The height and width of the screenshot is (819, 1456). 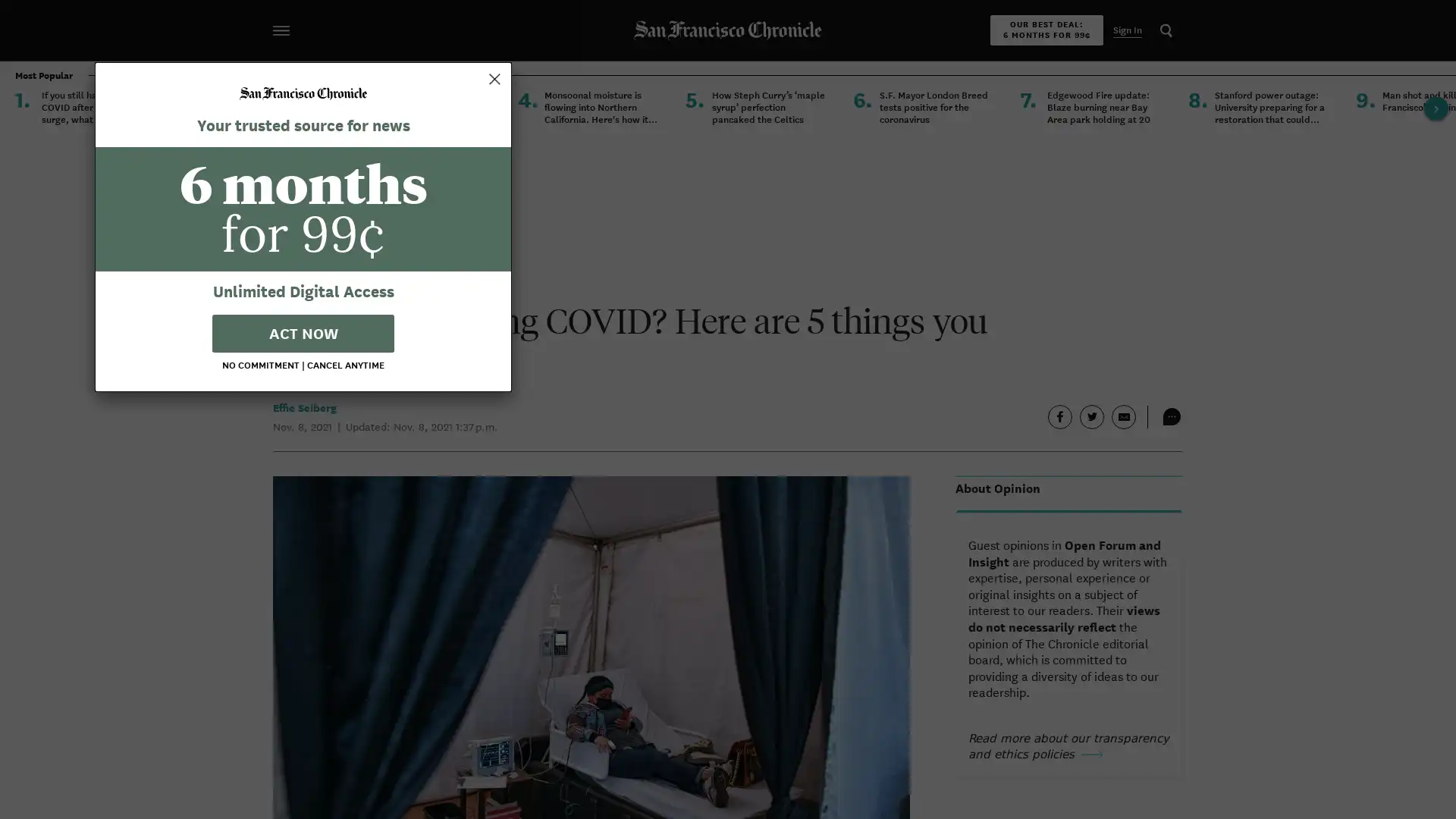 What do you see at coordinates (1436, 107) in the screenshot?
I see `Next` at bounding box center [1436, 107].